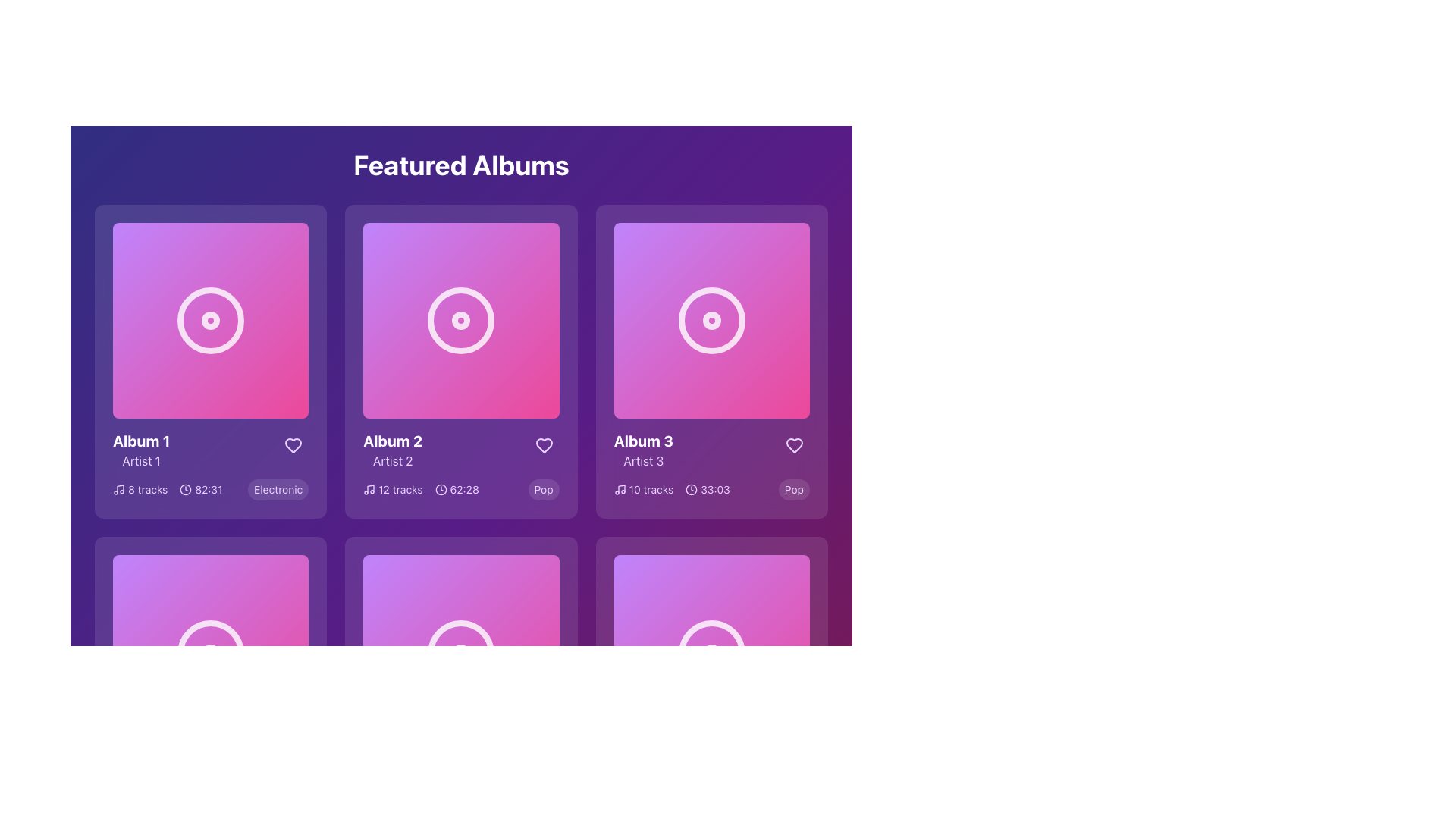 Image resolution: width=1456 pixels, height=819 pixels. What do you see at coordinates (210, 490) in the screenshot?
I see `the Information display row located at the bottom of the album card for 'Album 1' by 'Artist 1', which provides metadata including the number of tracks, total runtime, and genre` at bounding box center [210, 490].